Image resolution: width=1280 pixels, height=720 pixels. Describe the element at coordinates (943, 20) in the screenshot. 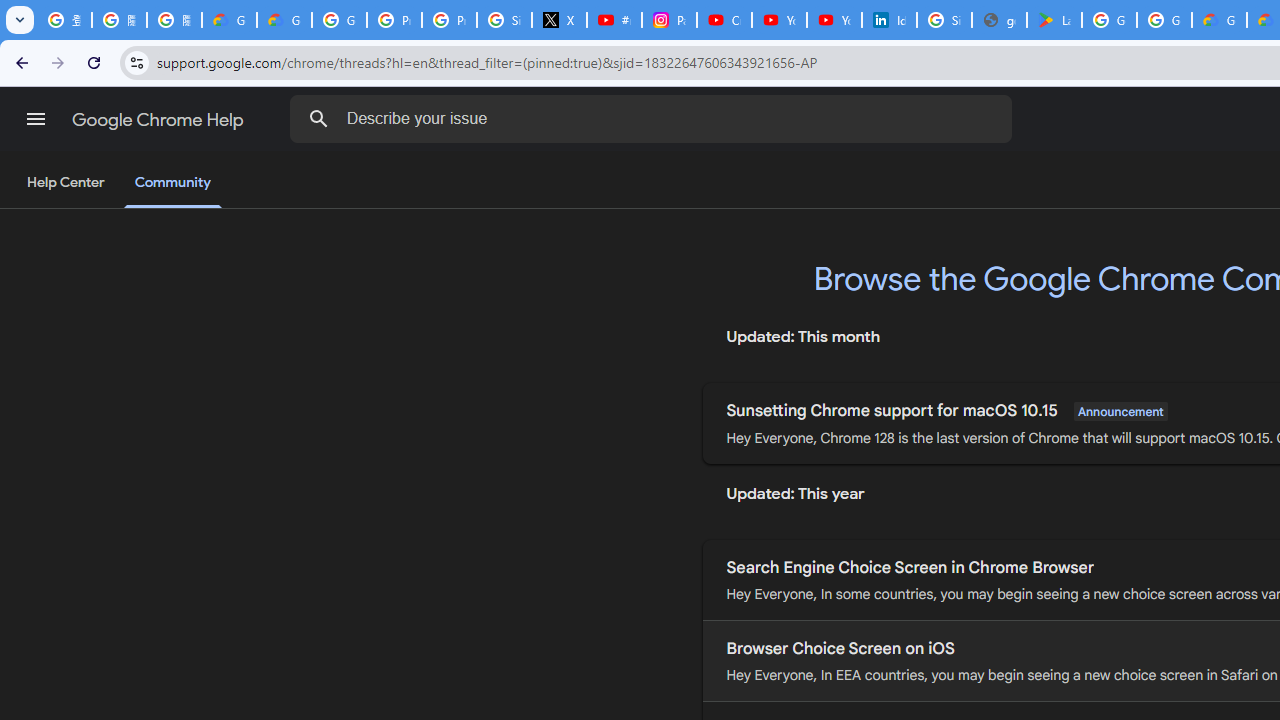

I see `'Sign in - Google Accounts'` at that location.